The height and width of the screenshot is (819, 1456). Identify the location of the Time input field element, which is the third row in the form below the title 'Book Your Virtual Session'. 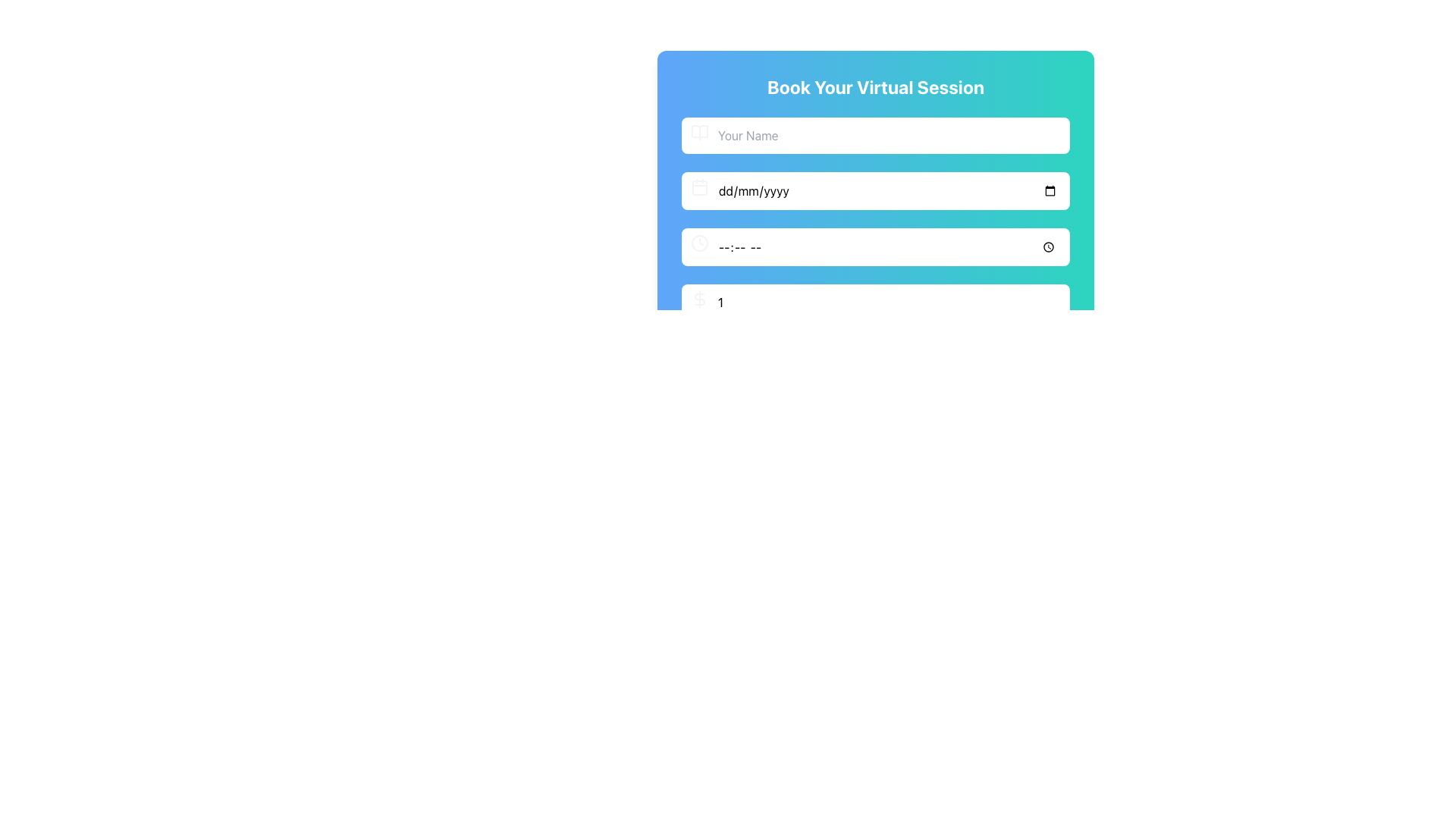
(876, 245).